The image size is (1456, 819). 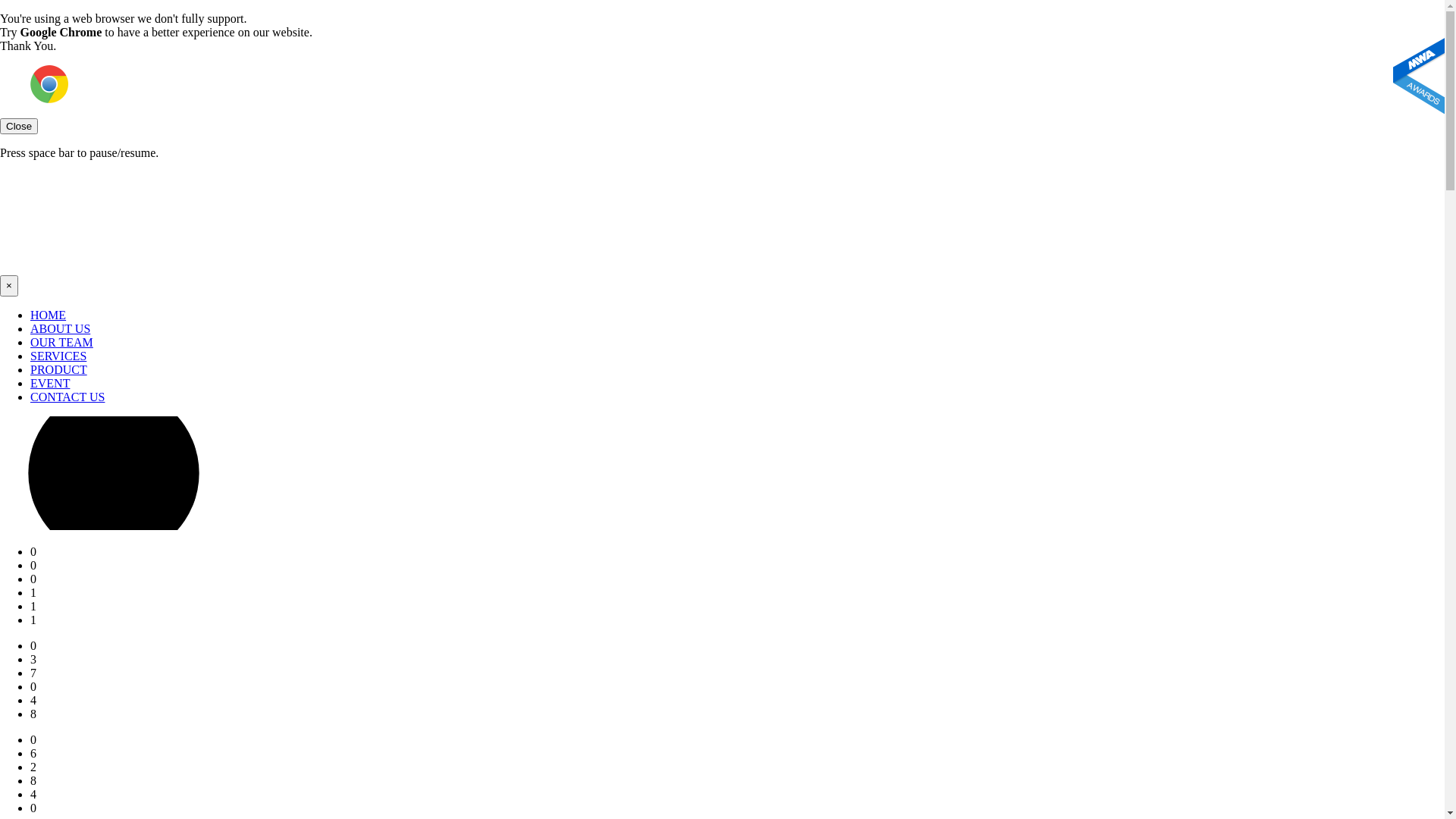 I want to click on 'EVENT', so click(x=50, y=382).